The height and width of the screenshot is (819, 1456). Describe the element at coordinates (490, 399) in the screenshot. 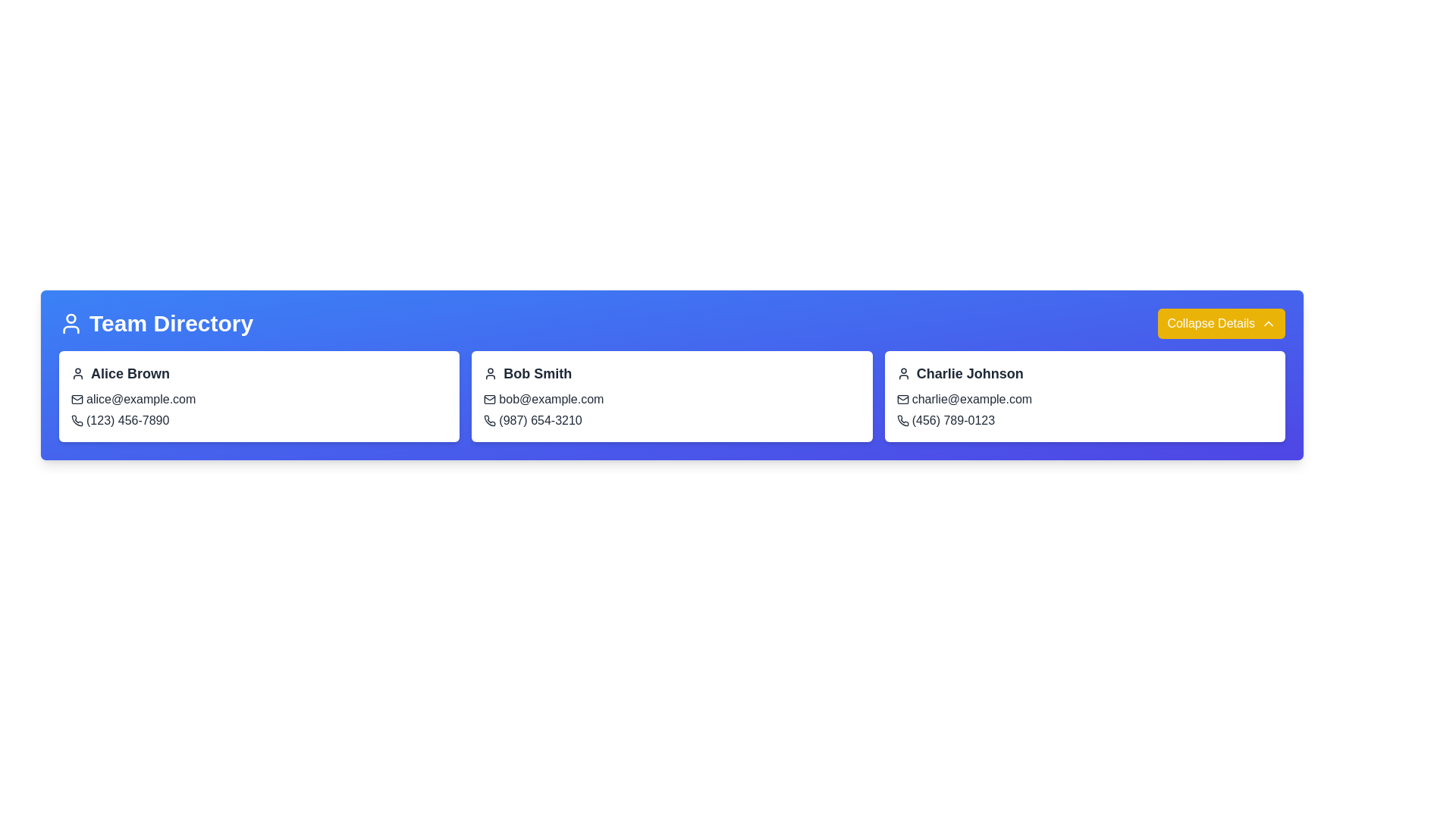

I see `the rectangular part of the envelope icon representing Bob Smith's contact details` at that location.